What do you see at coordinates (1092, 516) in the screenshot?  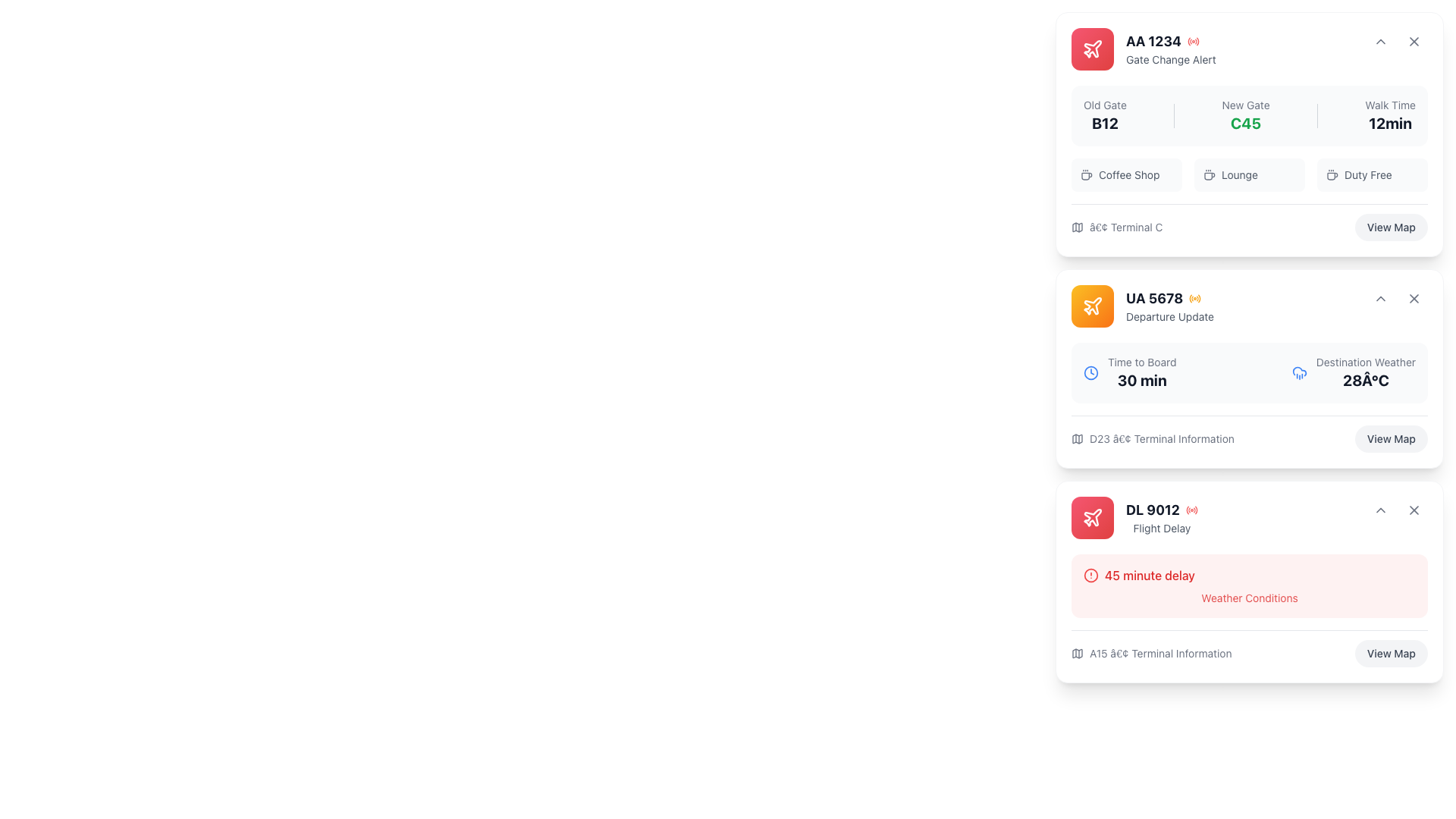 I see `the icon representing flights or airplanes, which is centrally located within the red gradient rounded background on the left corner of the list card labeled 'DL 9012'` at bounding box center [1092, 516].